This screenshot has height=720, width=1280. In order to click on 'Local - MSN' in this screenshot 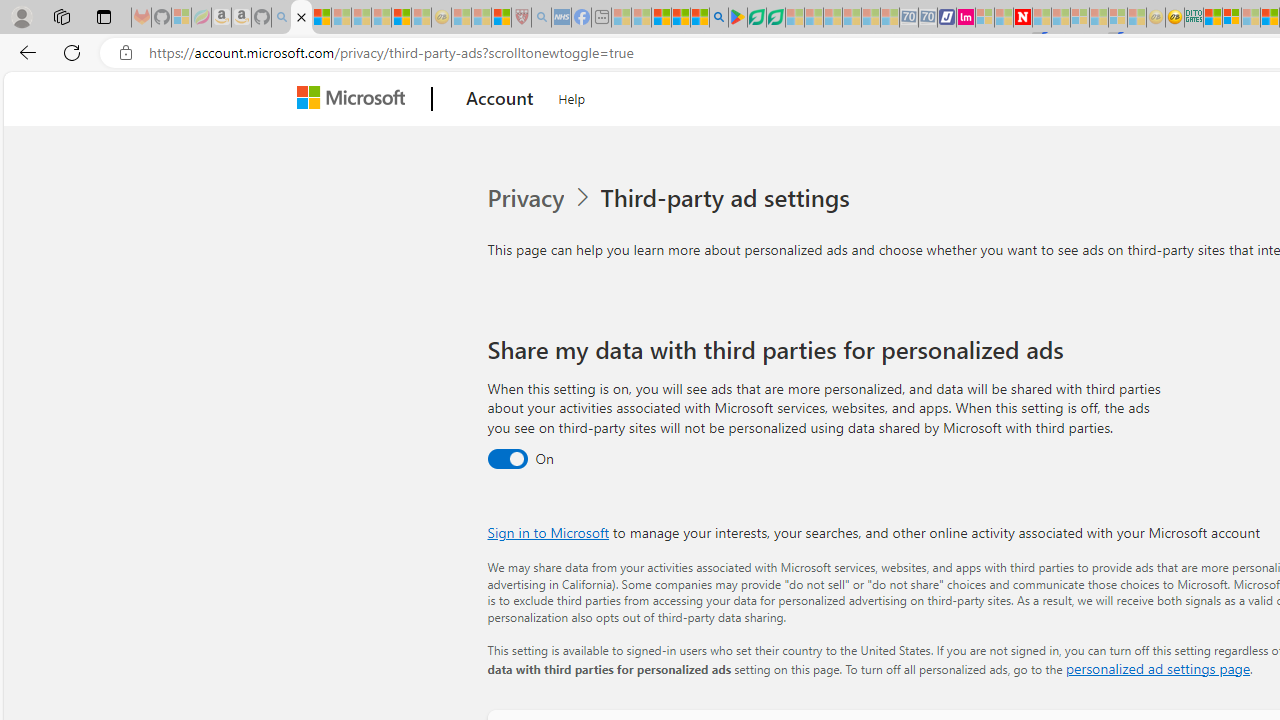, I will do `click(501, 17)`.